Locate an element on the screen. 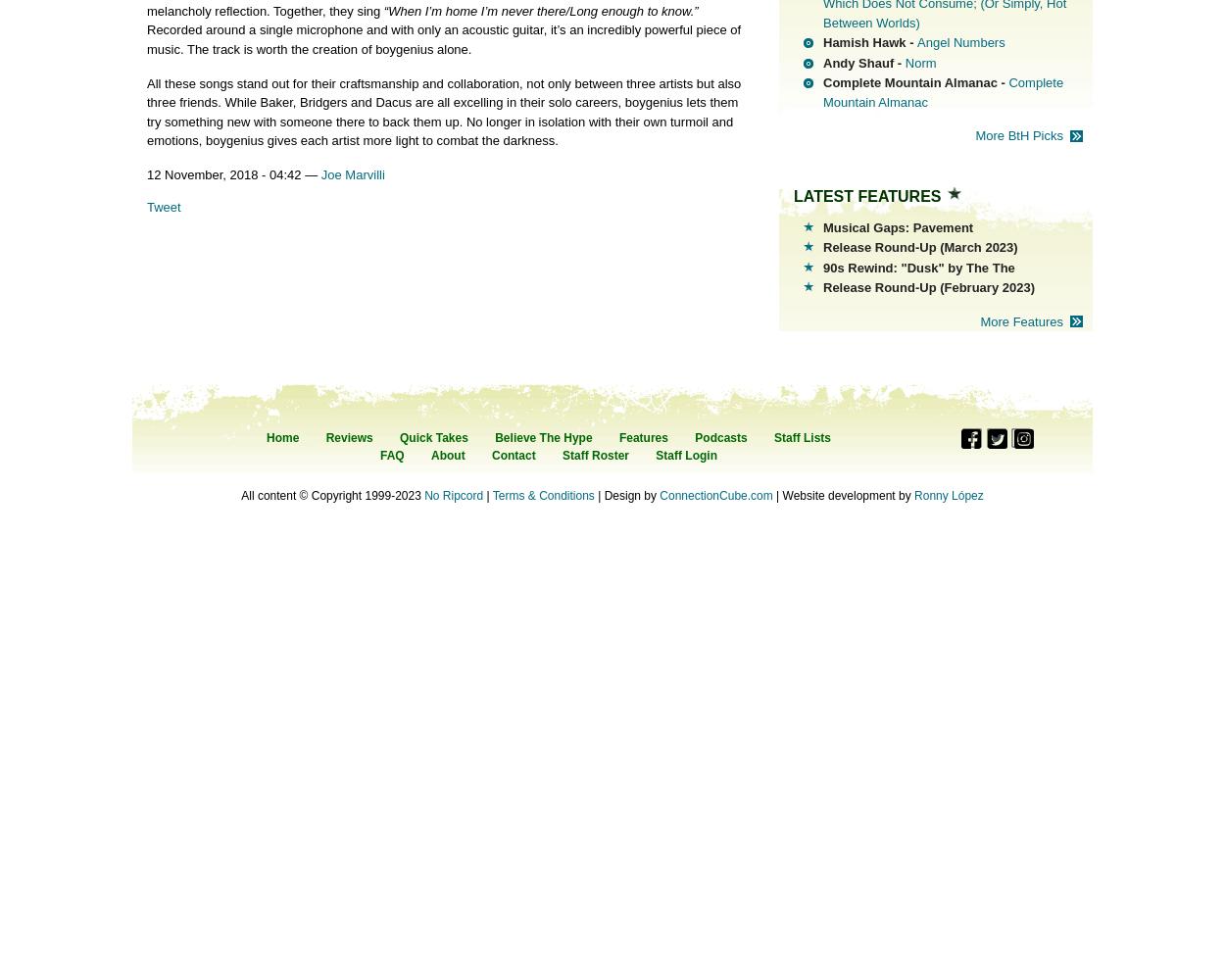 The image size is (1225, 980). 'More BtH Picks' is located at coordinates (974, 135).